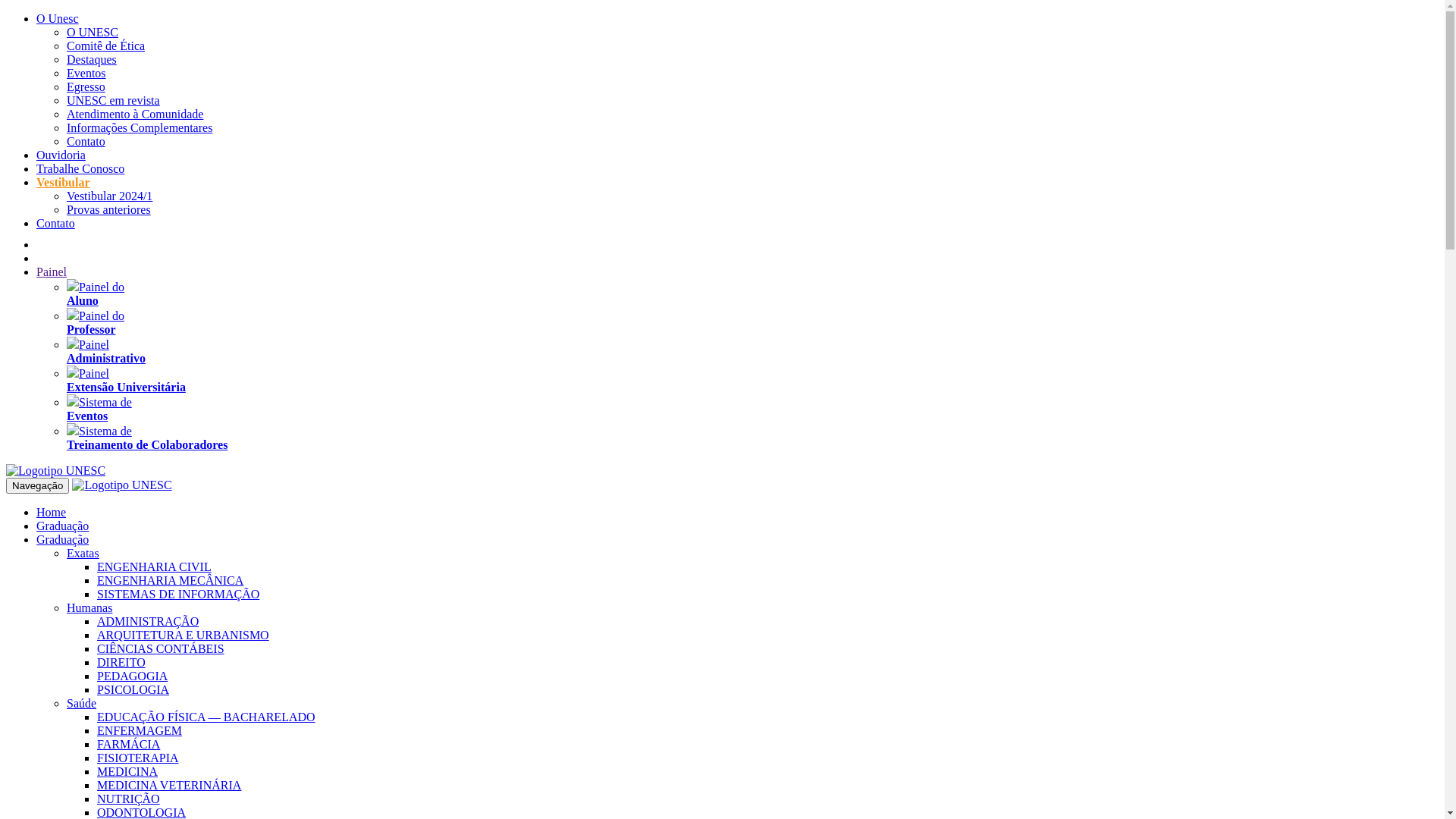  Describe the element at coordinates (65, 553) in the screenshot. I see `'Exatas'` at that location.